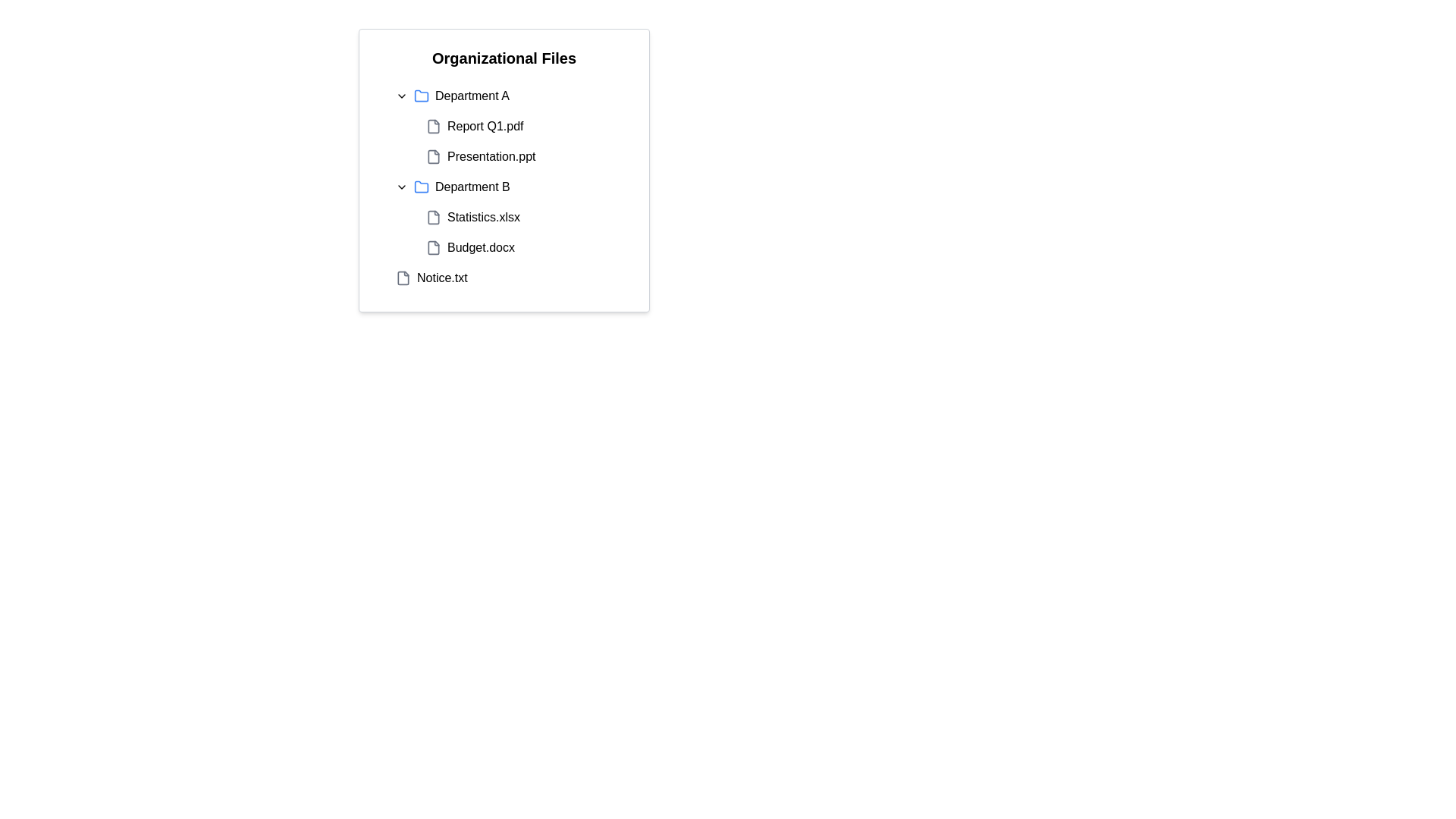 This screenshot has width=1456, height=819. I want to click on the clickable list item labeled 'Budget.docx' located under the 'Department B' folder, which is the second entry below 'Statistics.xlsx', so click(519, 247).